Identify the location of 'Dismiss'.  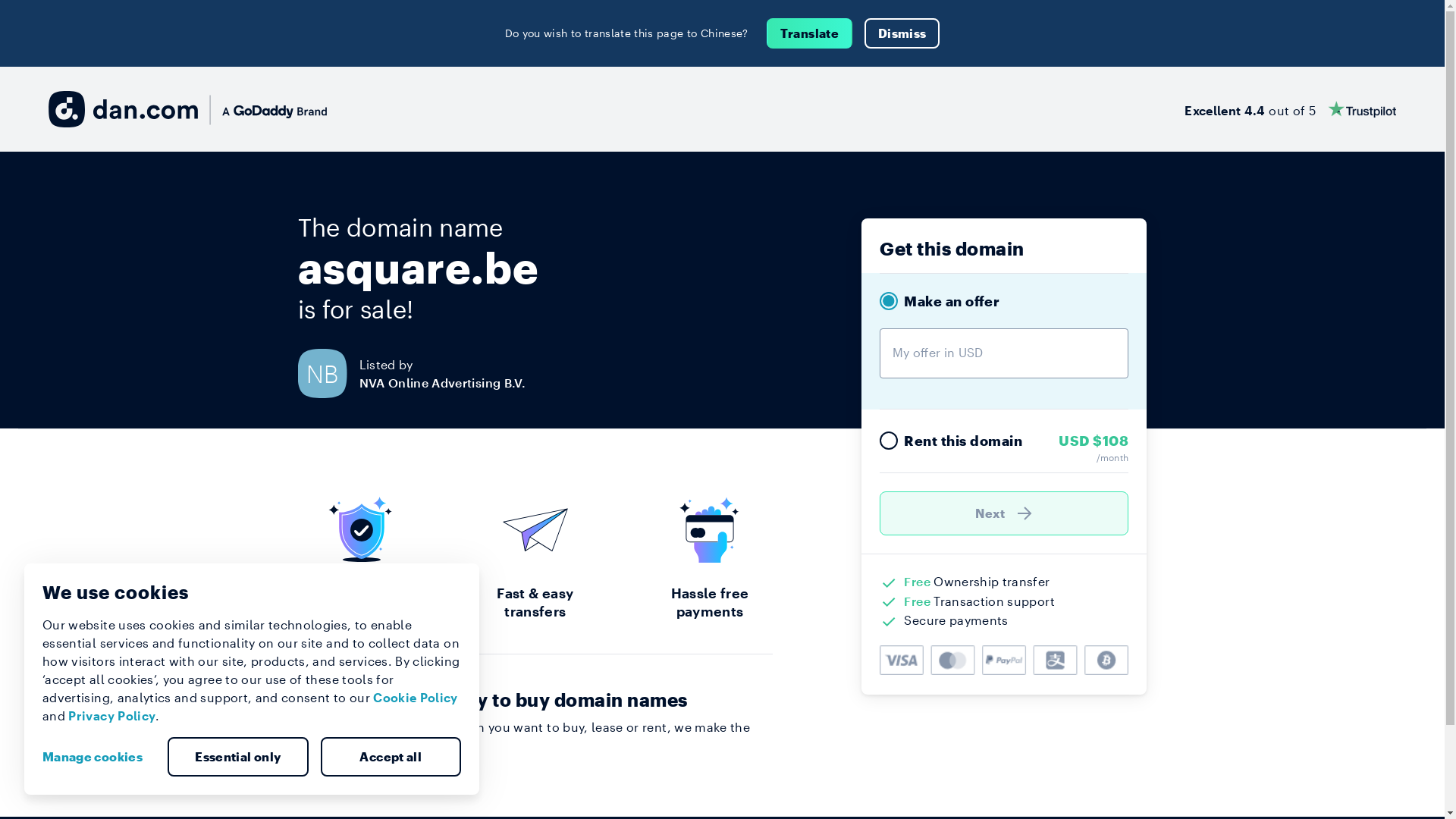
(902, 33).